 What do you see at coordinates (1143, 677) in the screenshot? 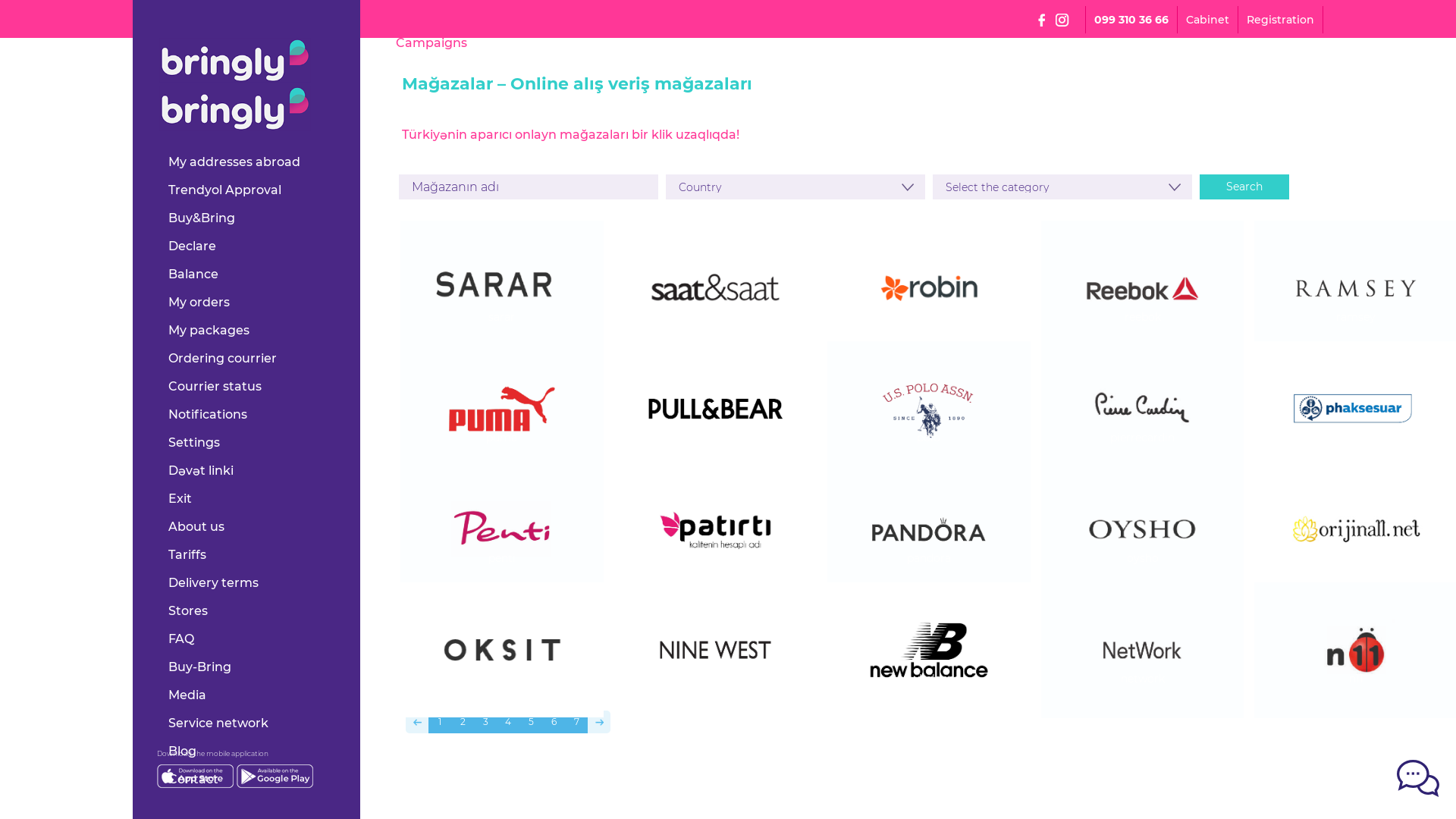
I see `'network'` at bounding box center [1143, 677].